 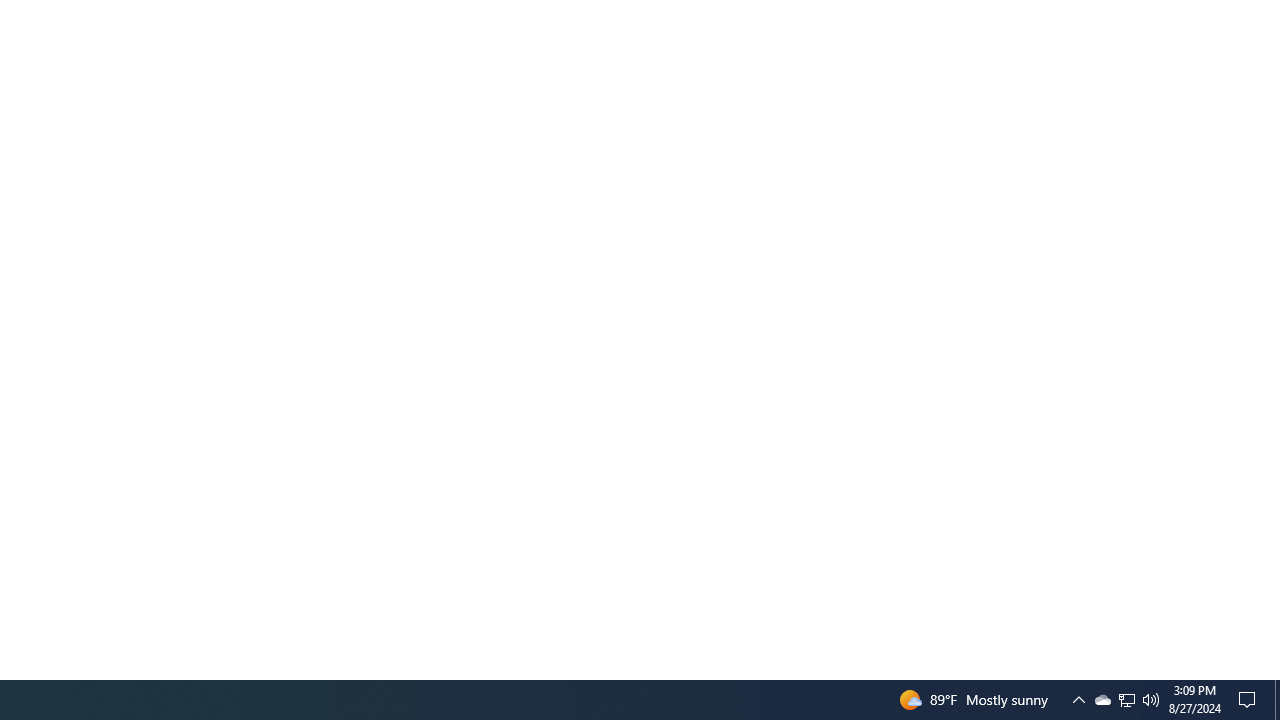 I want to click on 'Q2790: 100%', so click(x=1127, y=698).